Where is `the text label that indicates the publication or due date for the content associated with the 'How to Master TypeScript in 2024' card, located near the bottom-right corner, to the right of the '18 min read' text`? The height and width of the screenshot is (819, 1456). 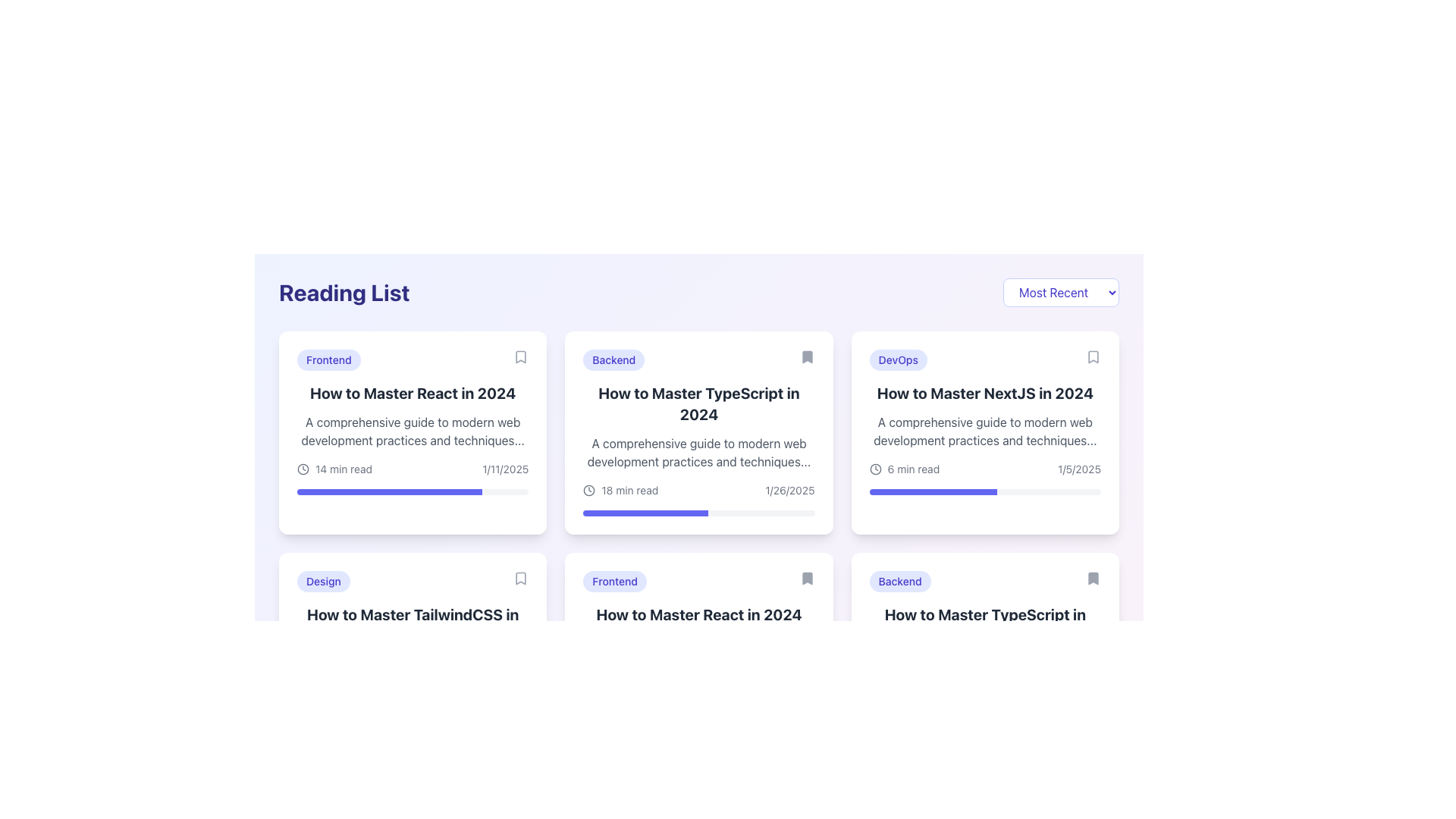
the text label that indicates the publication or due date for the content associated with the 'How to Master TypeScript in 2024' card, located near the bottom-right corner, to the right of the '18 min read' text is located at coordinates (789, 491).